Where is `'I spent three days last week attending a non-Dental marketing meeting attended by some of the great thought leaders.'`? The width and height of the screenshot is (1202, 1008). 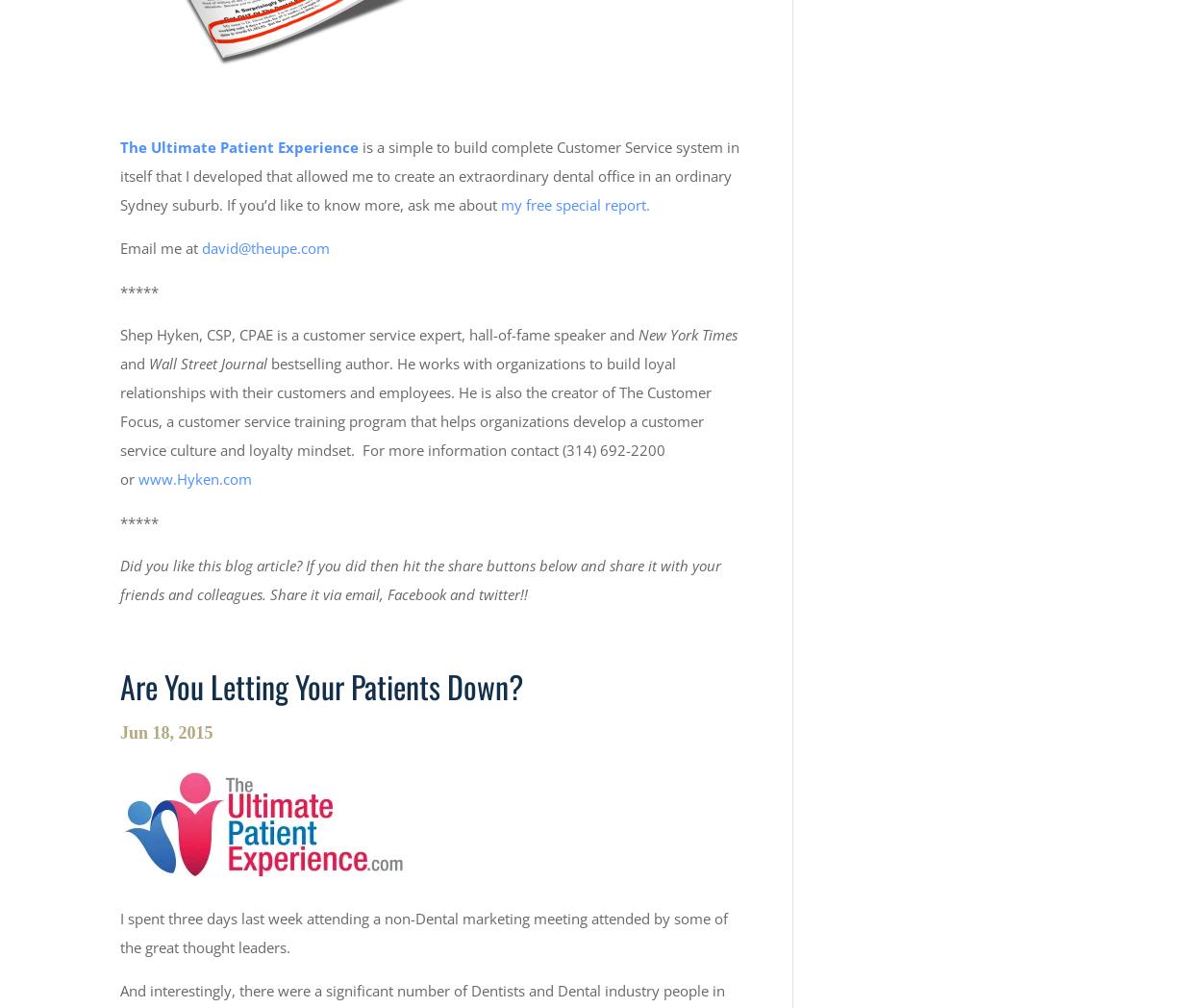
'I spent three days last week attending a non-Dental marketing meeting attended by some of the great thought leaders.' is located at coordinates (423, 932).